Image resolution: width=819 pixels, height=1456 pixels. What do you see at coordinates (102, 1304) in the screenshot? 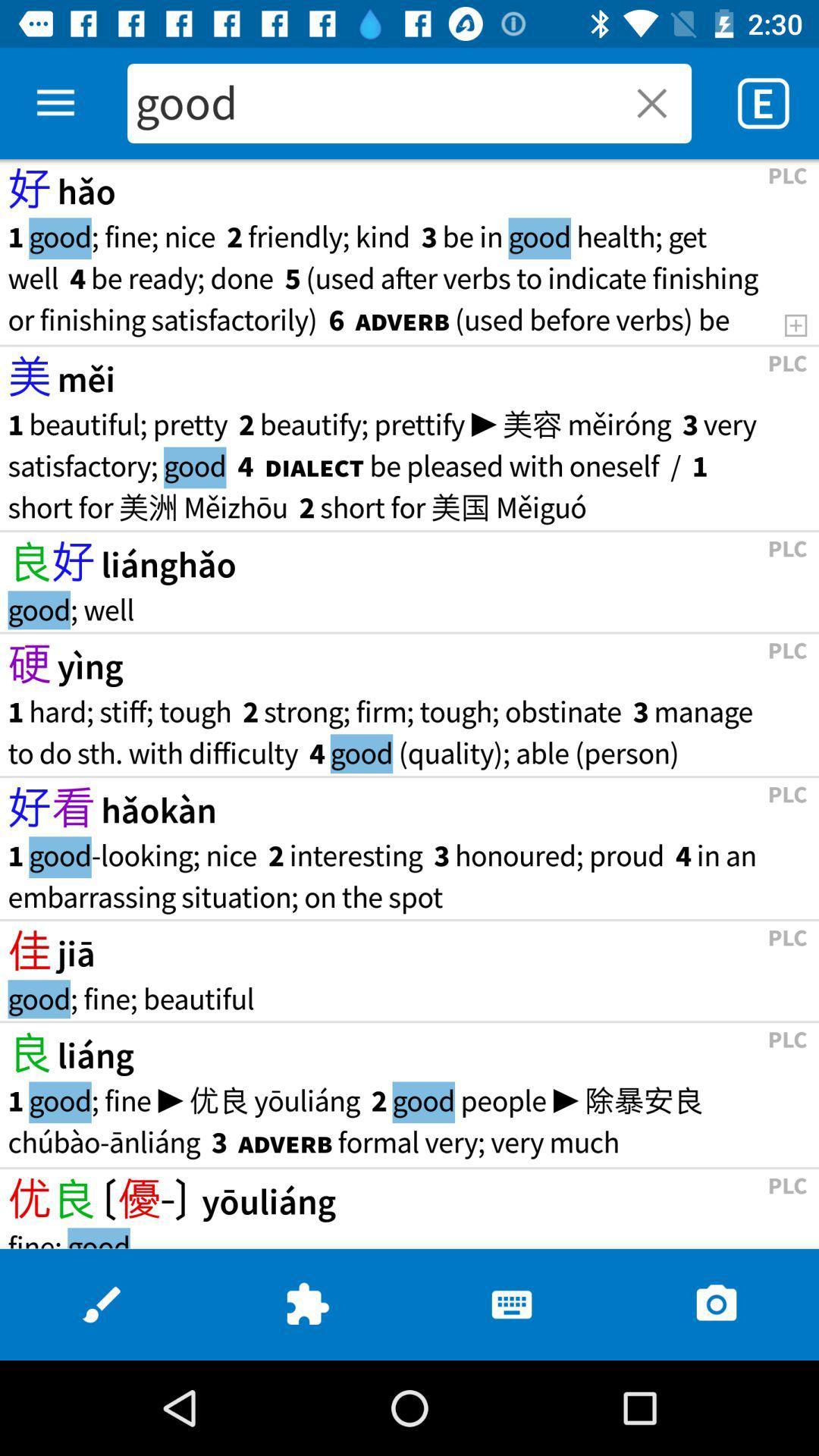
I see `the edit icon` at bounding box center [102, 1304].